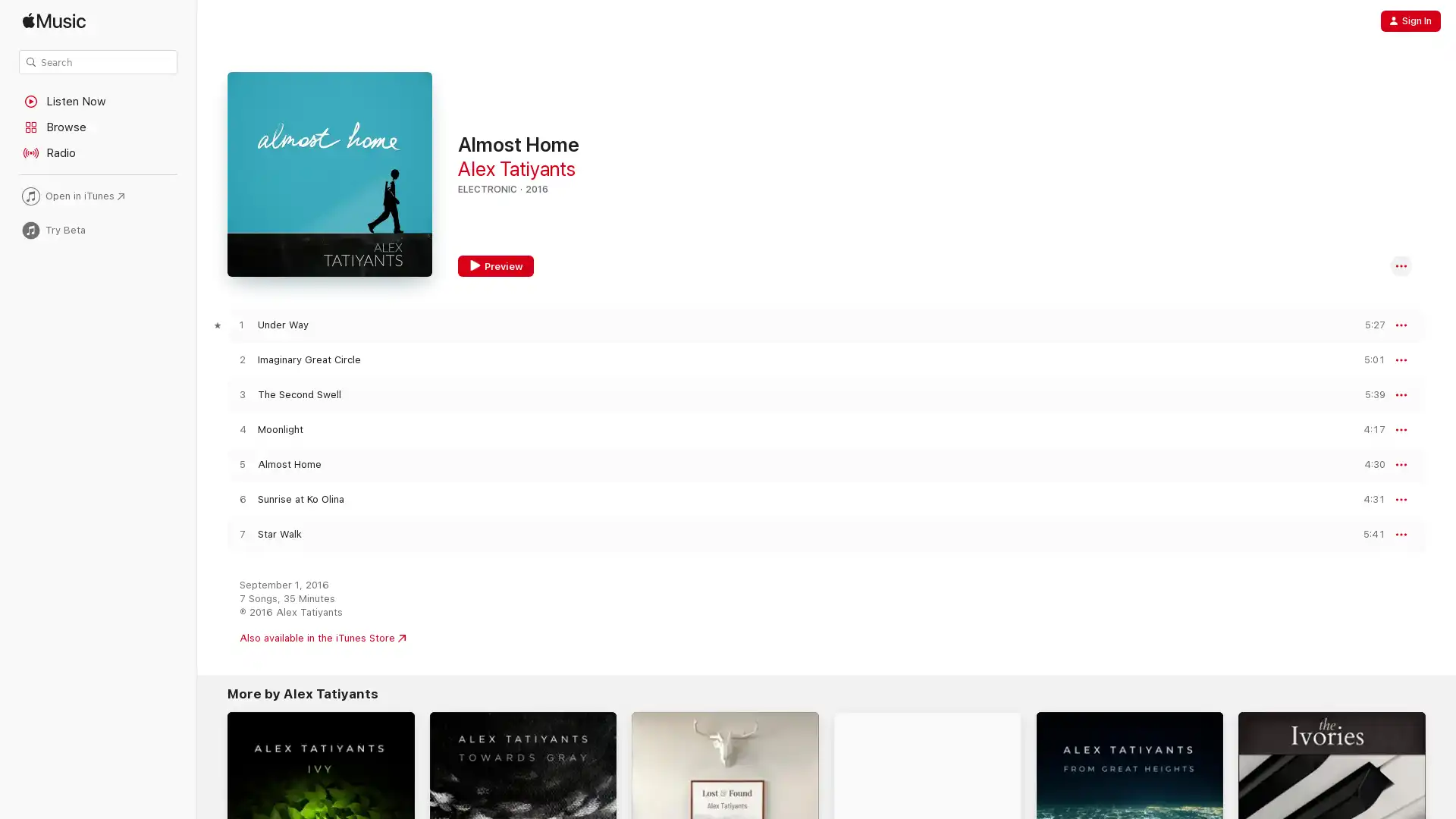  What do you see at coordinates (241, 359) in the screenshot?
I see `Play` at bounding box center [241, 359].